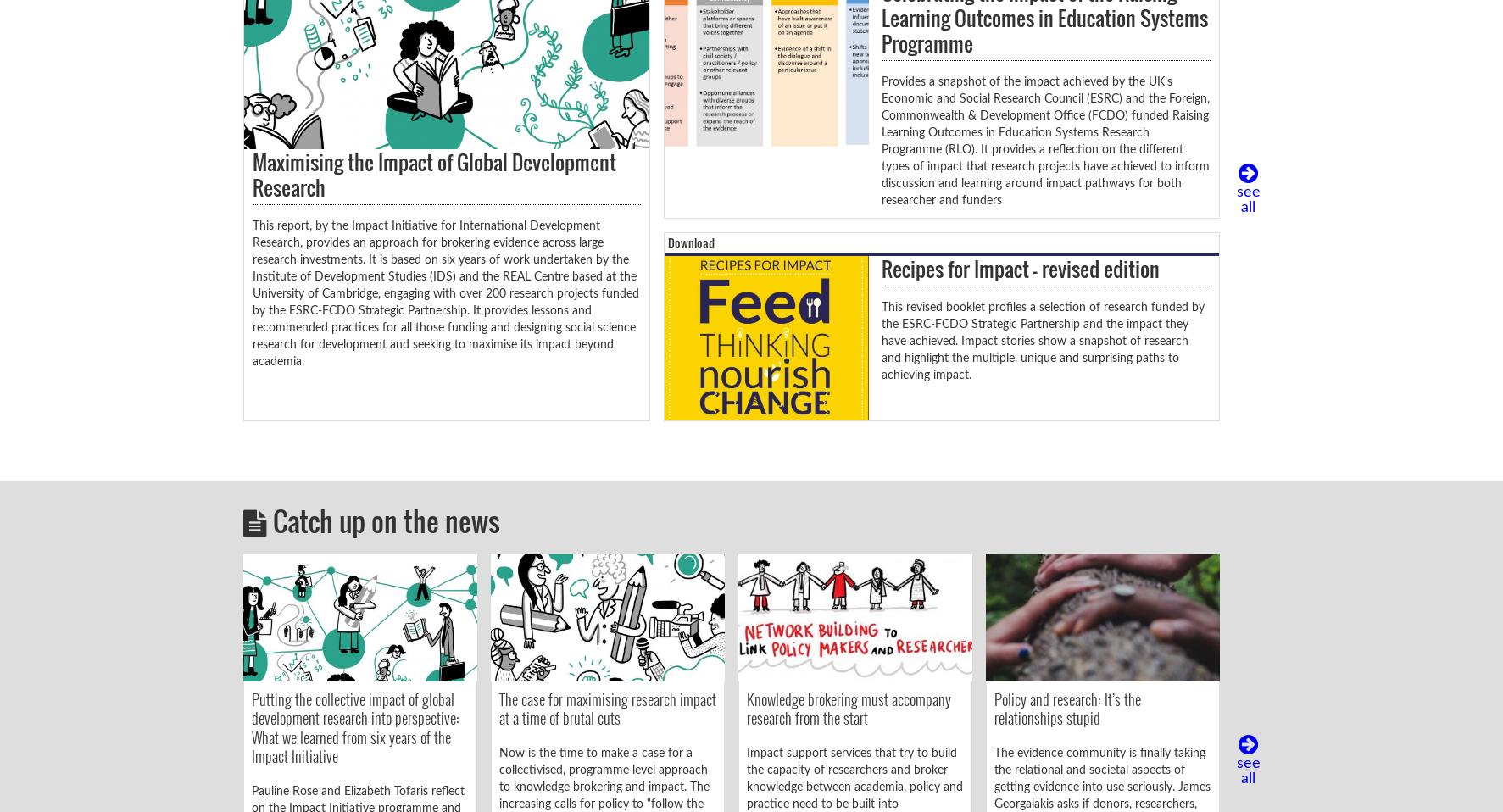 This screenshot has width=1503, height=812. What do you see at coordinates (847, 707) in the screenshot?
I see `'Knowledge brokering must accompany research from the start'` at bounding box center [847, 707].